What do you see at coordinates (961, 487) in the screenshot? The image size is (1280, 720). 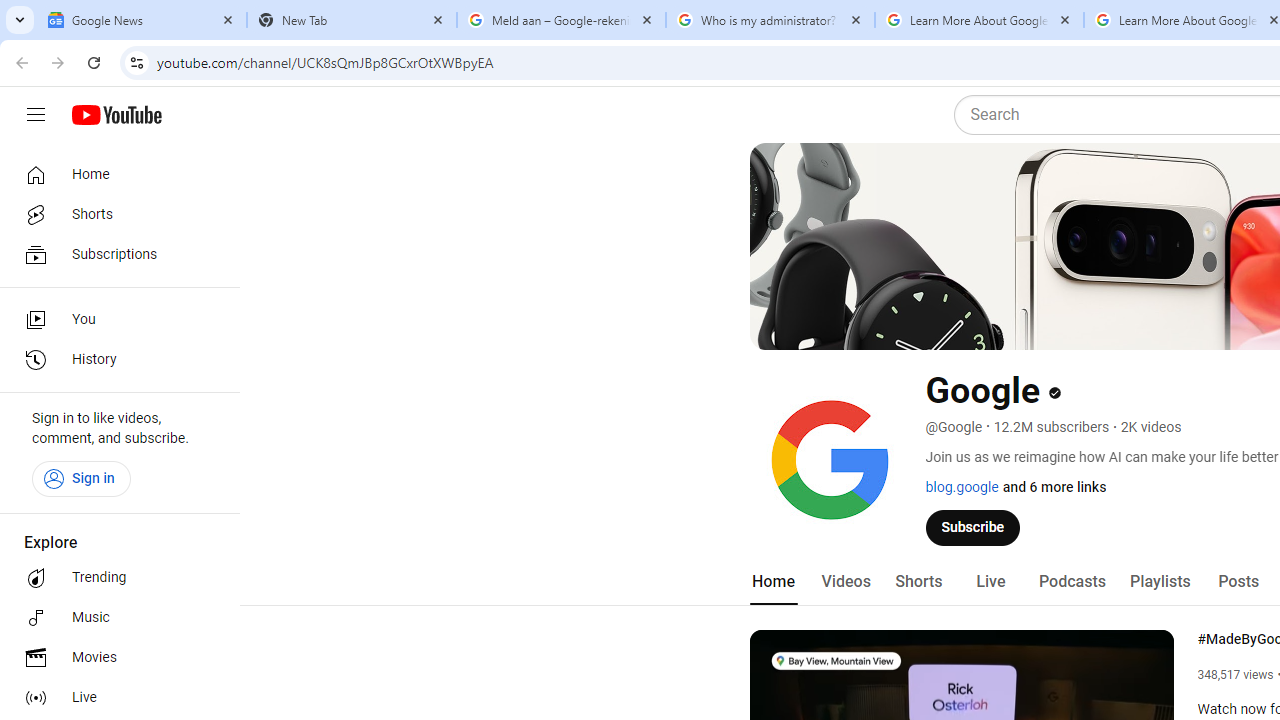 I see `'blog.google'` at bounding box center [961, 487].